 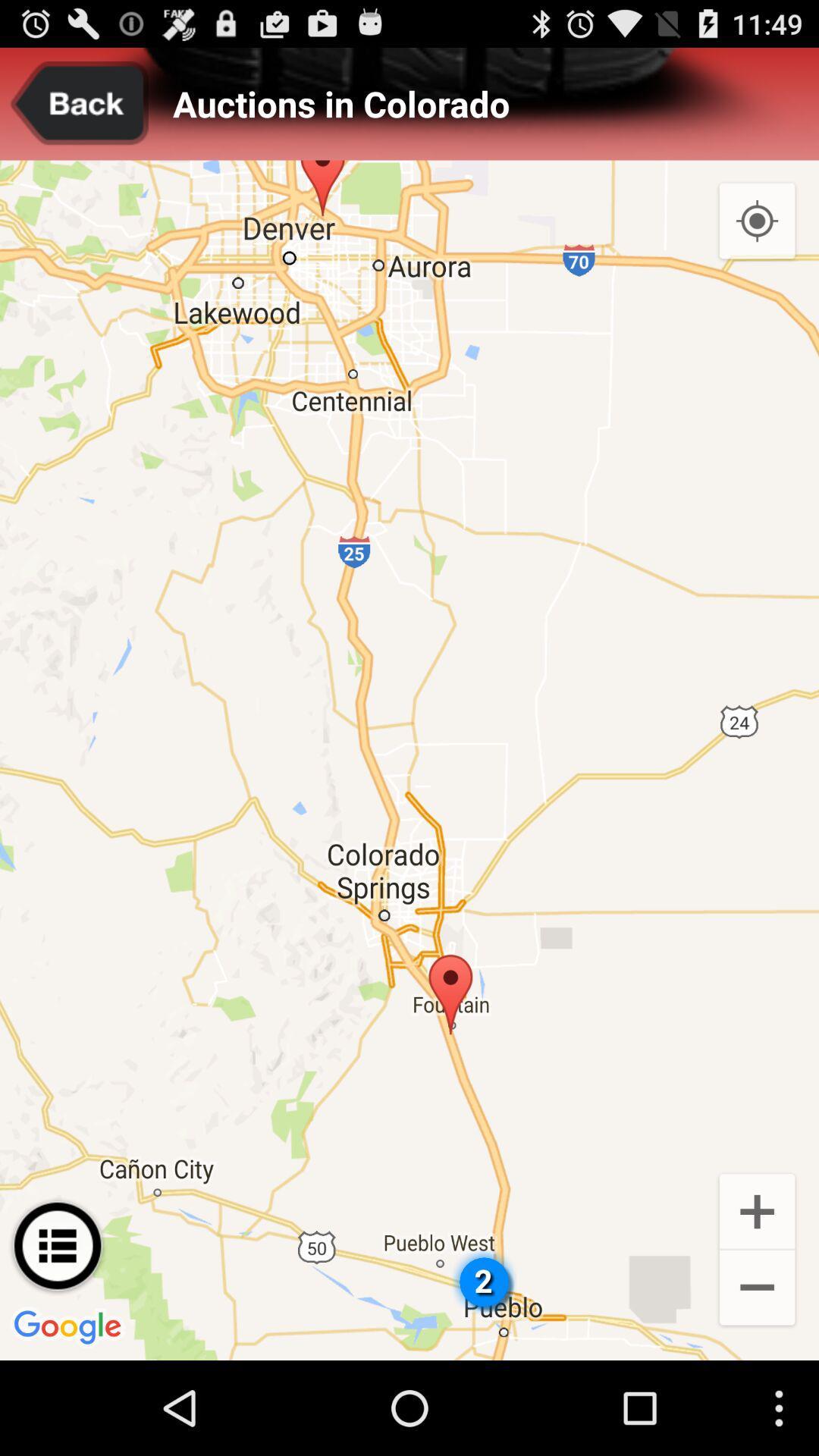 What do you see at coordinates (57, 1333) in the screenshot?
I see `the list icon` at bounding box center [57, 1333].